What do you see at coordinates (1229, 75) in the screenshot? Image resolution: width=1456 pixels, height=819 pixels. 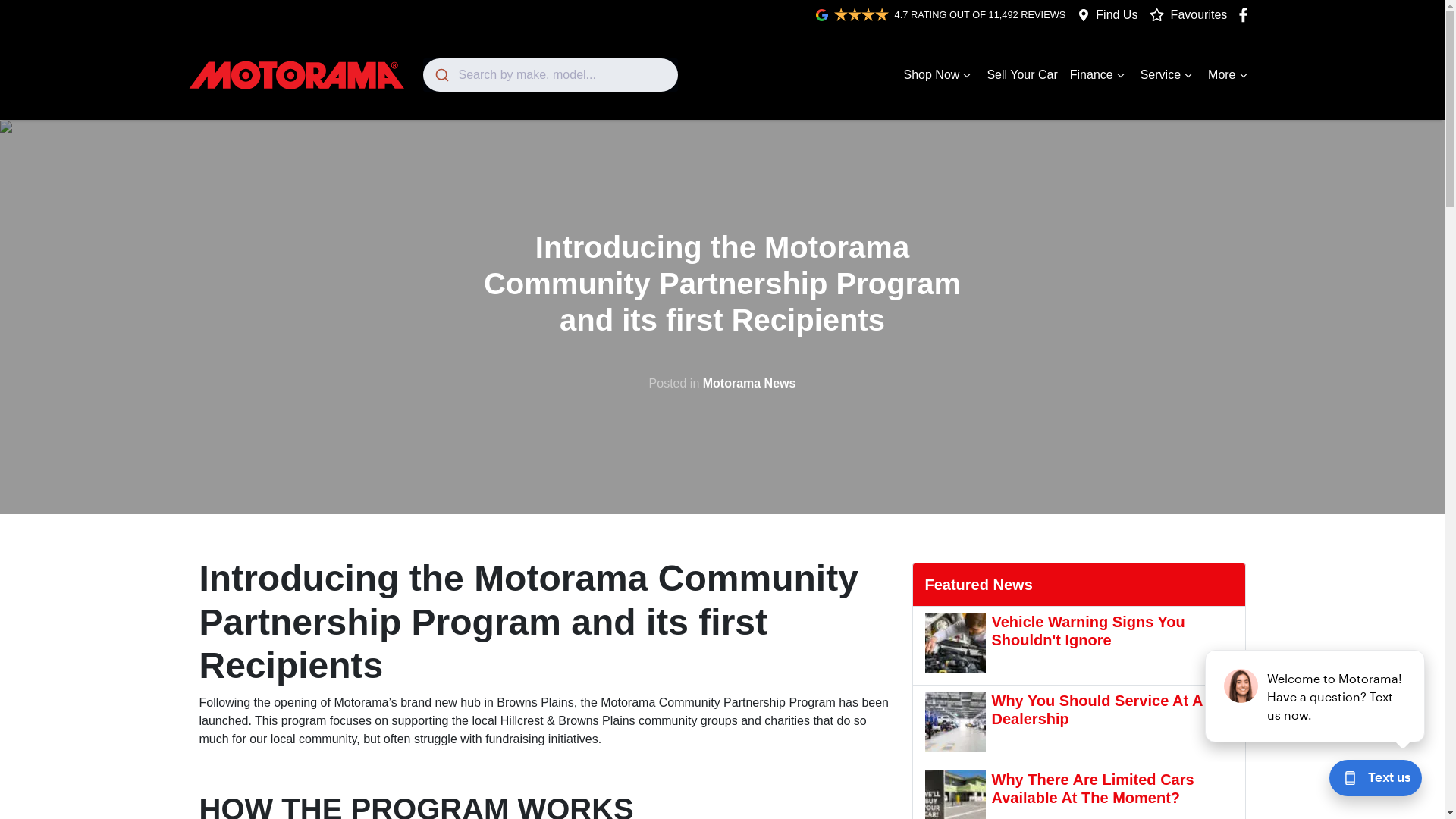 I see `'More'` at bounding box center [1229, 75].